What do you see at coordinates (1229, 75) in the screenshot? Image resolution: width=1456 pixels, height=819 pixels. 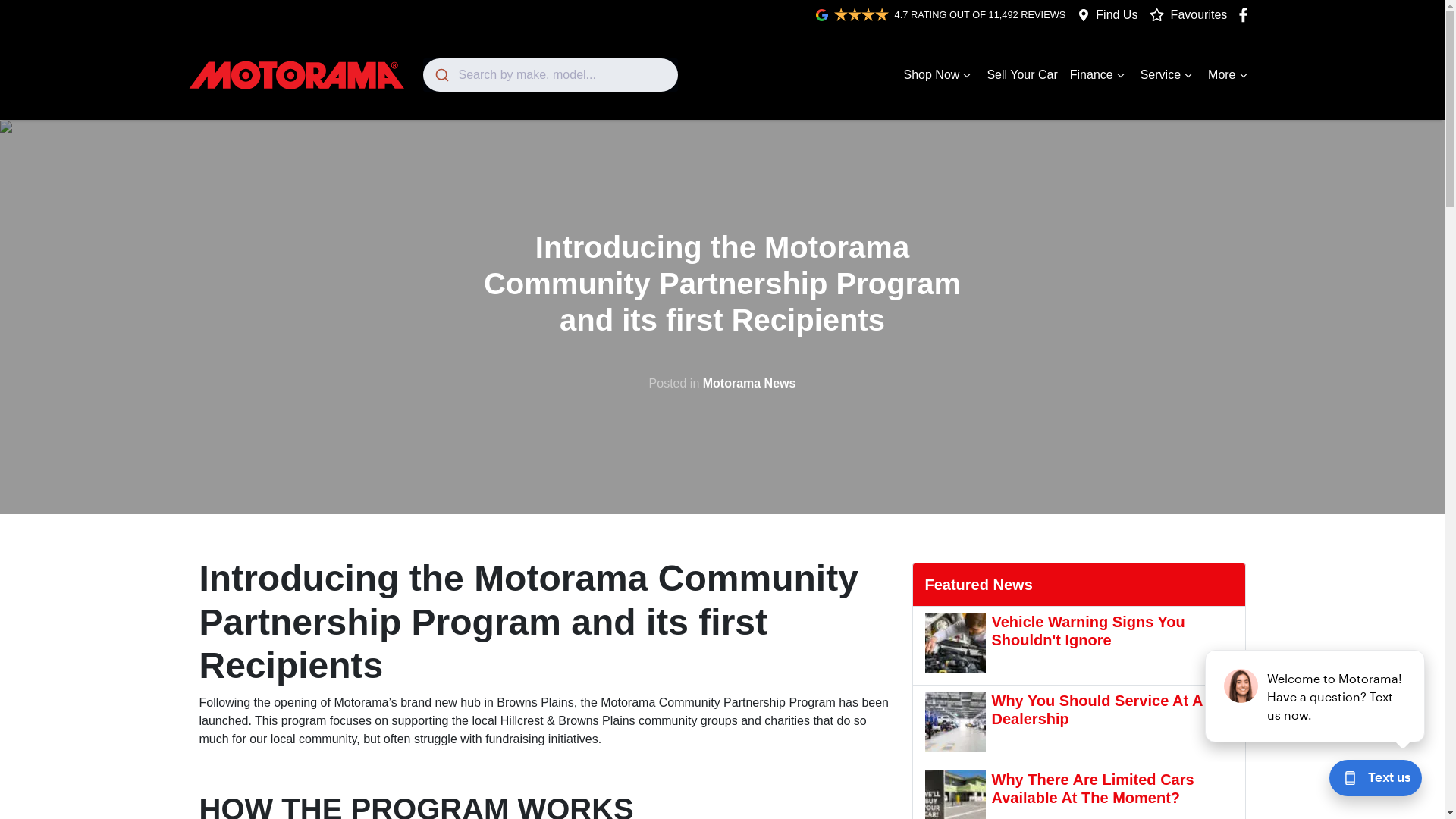 I see `'More'` at bounding box center [1229, 75].